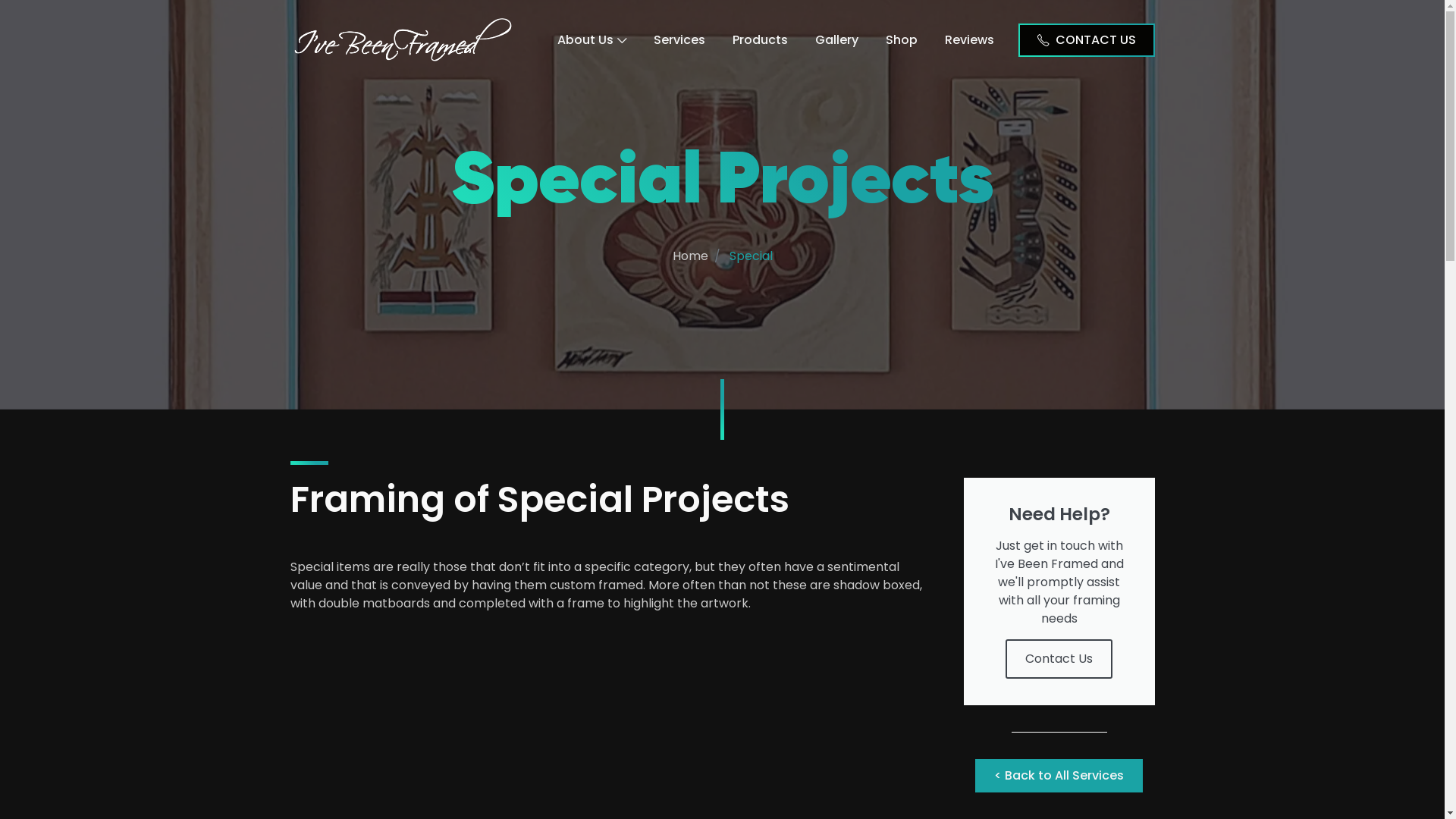  Describe the element at coordinates (1084, 38) in the screenshot. I see `'CONTACT US'` at that location.